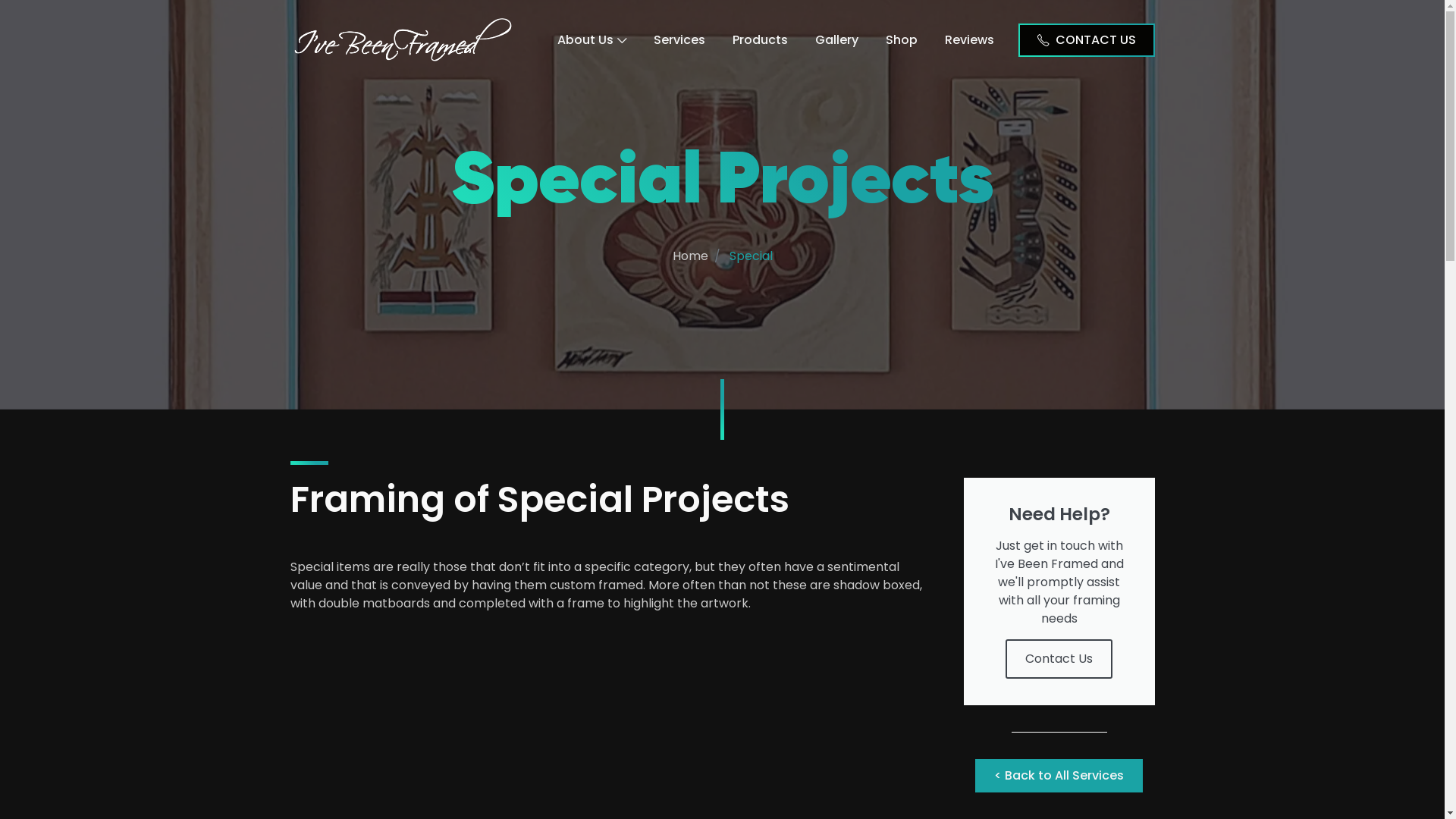  Describe the element at coordinates (1084, 38) in the screenshot. I see `'CONTACT US'` at that location.